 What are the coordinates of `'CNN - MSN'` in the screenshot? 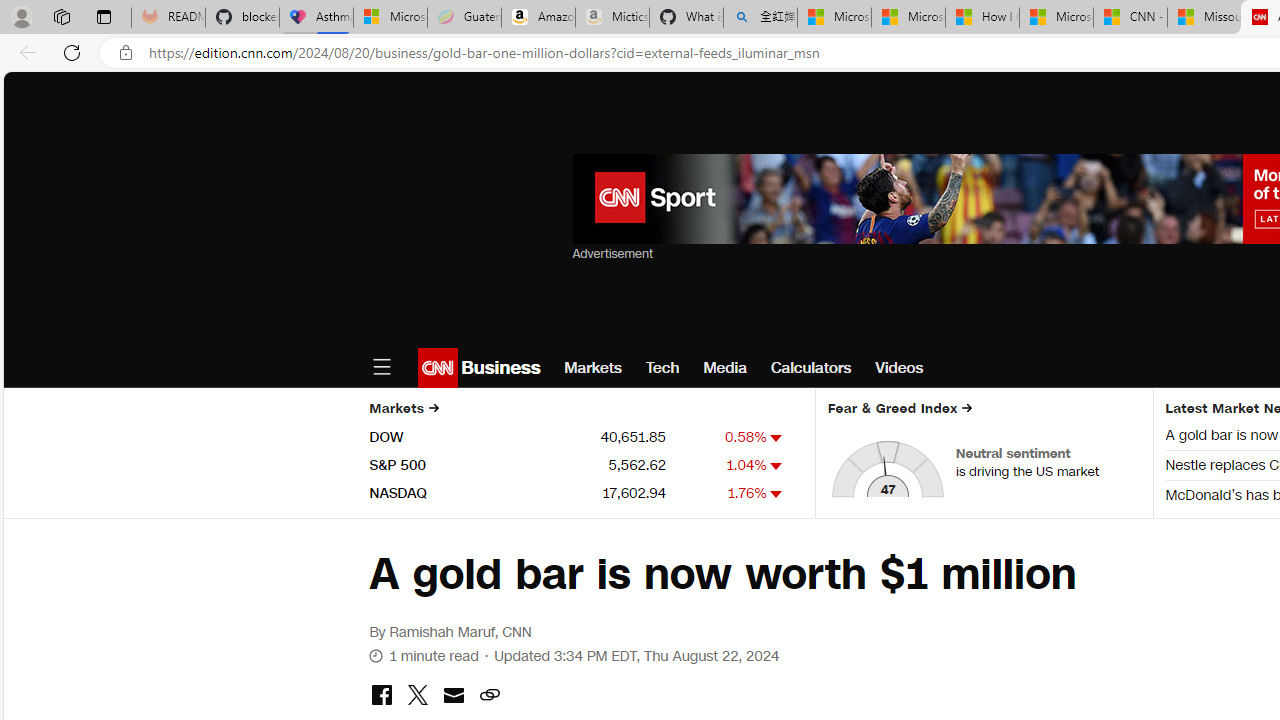 It's located at (1130, 17).